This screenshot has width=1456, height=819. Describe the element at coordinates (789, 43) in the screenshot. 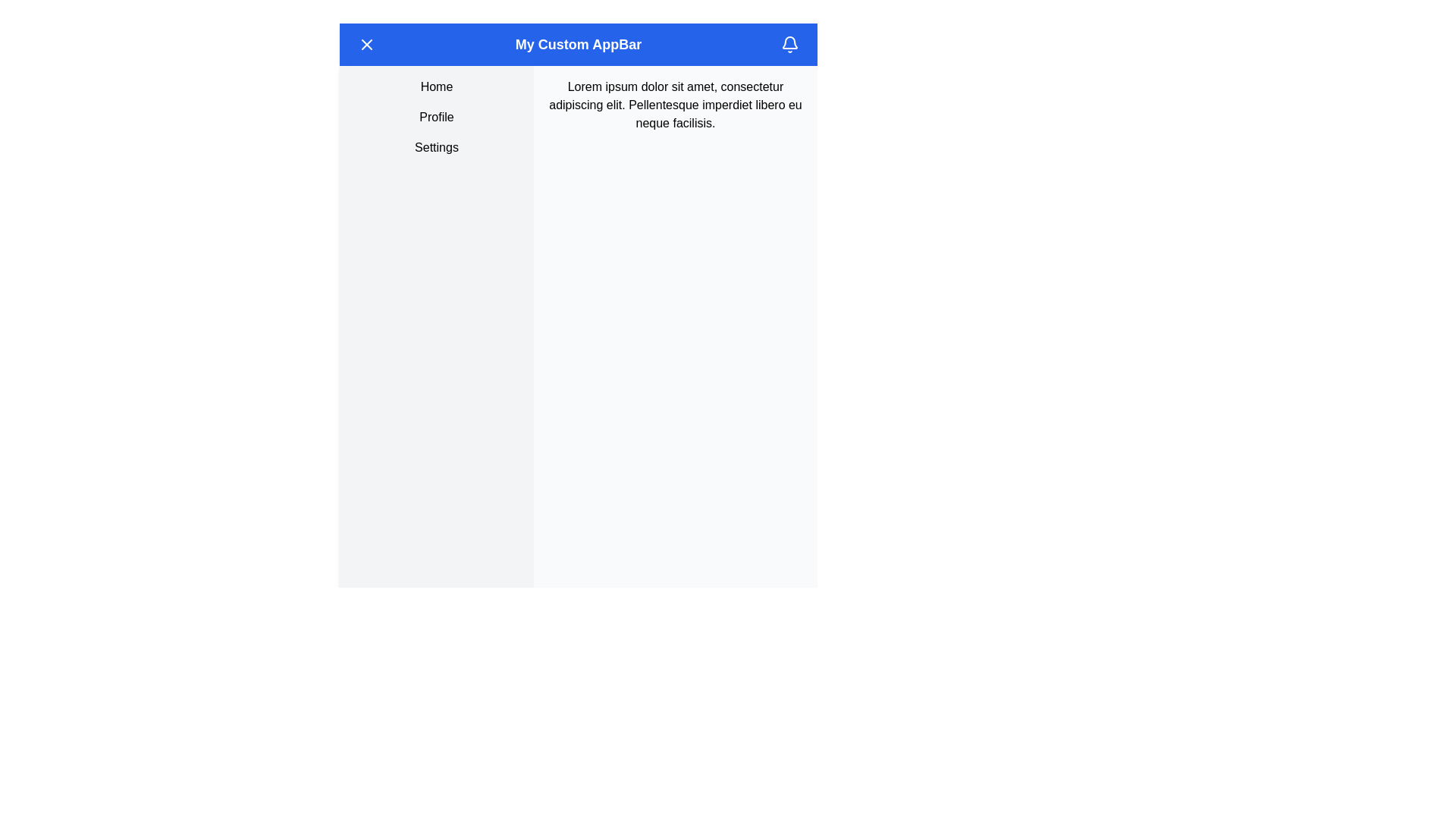

I see `the bell icon button in the upper right corner of the application bar` at that location.